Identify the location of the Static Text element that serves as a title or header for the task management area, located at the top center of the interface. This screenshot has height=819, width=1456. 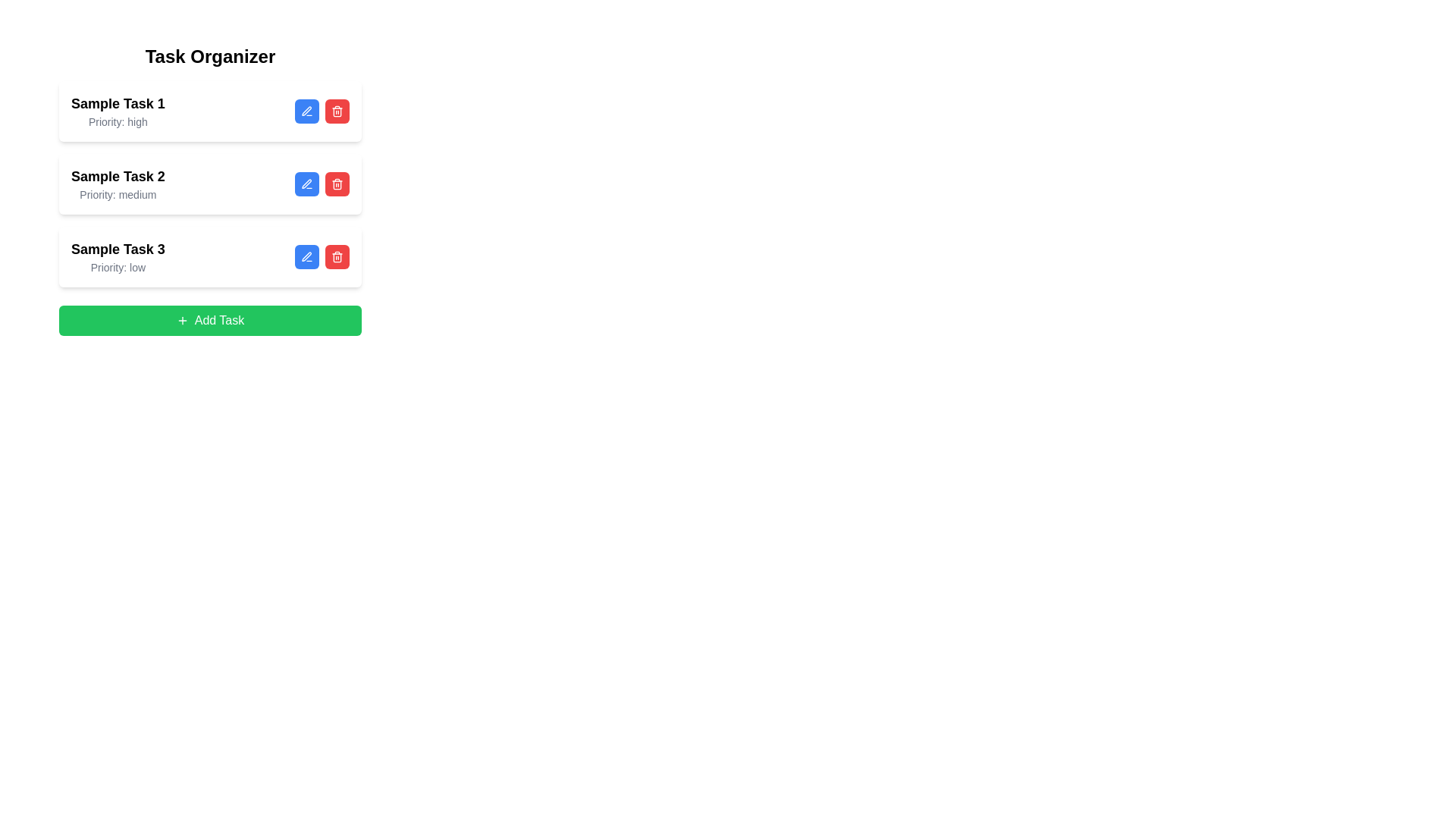
(209, 55).